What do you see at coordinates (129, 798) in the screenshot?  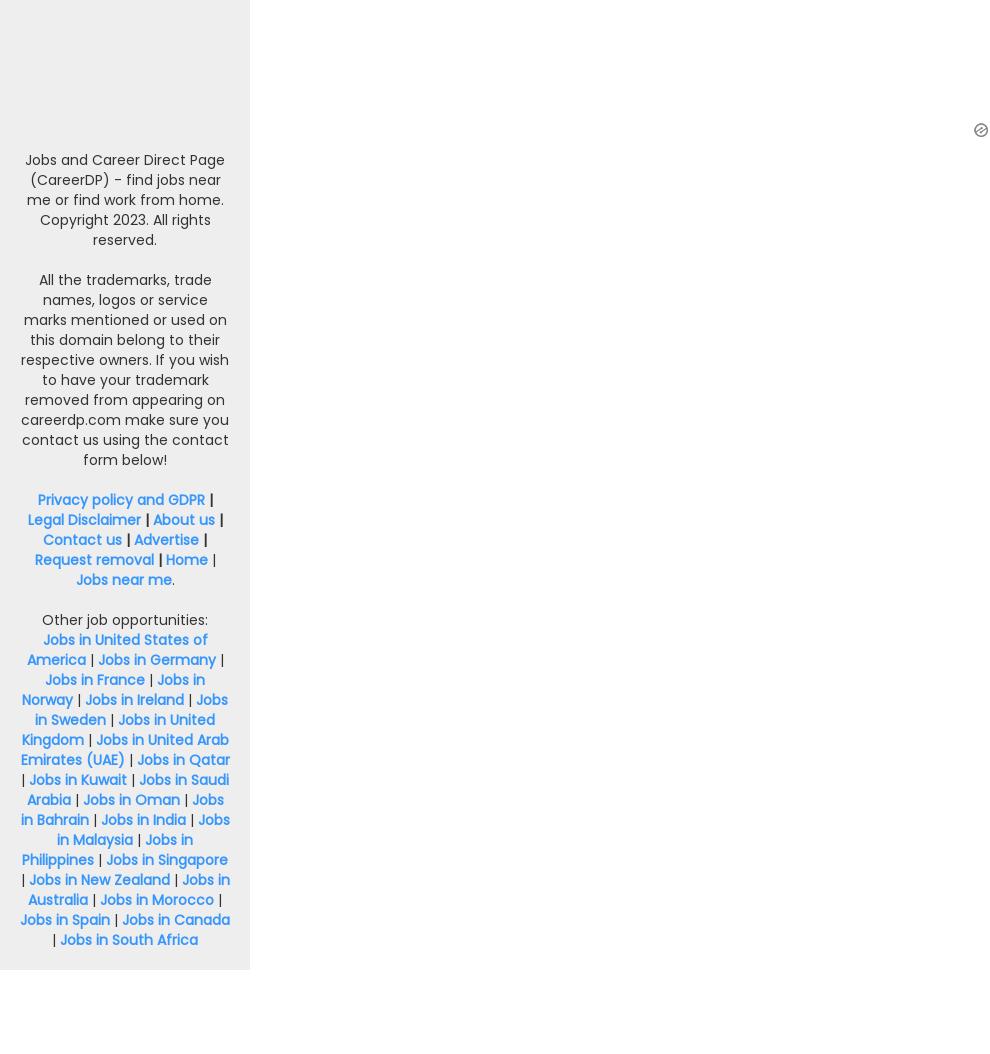 I see `'Jobs in Oman'` at bounding box center [129, 798].